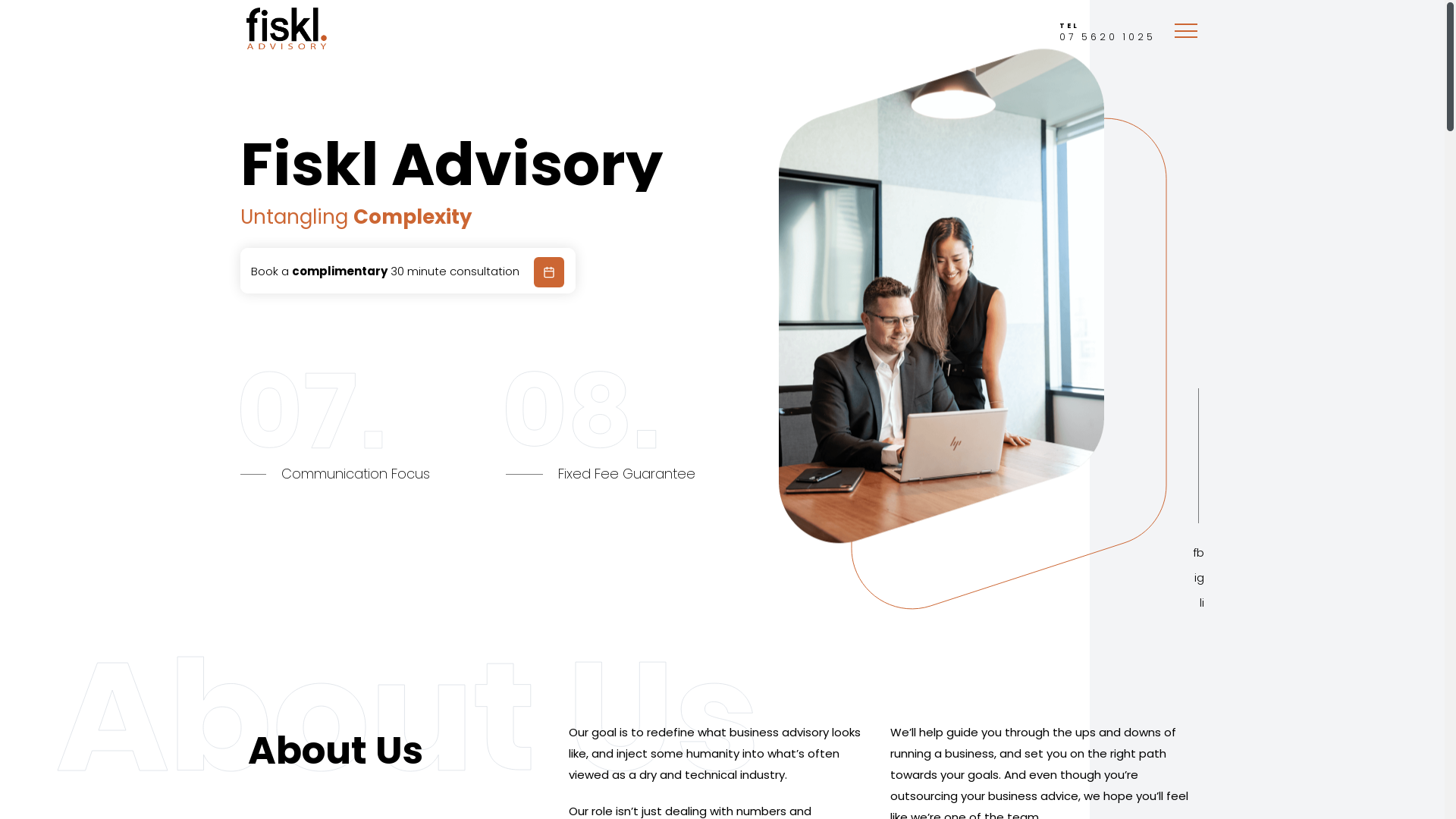 This screenshot has width=1456, height=819. Describe the element at coordinates (407, 270) in the screenshot. I see `'Book a complimentary 30 minute consultation'` at that location.